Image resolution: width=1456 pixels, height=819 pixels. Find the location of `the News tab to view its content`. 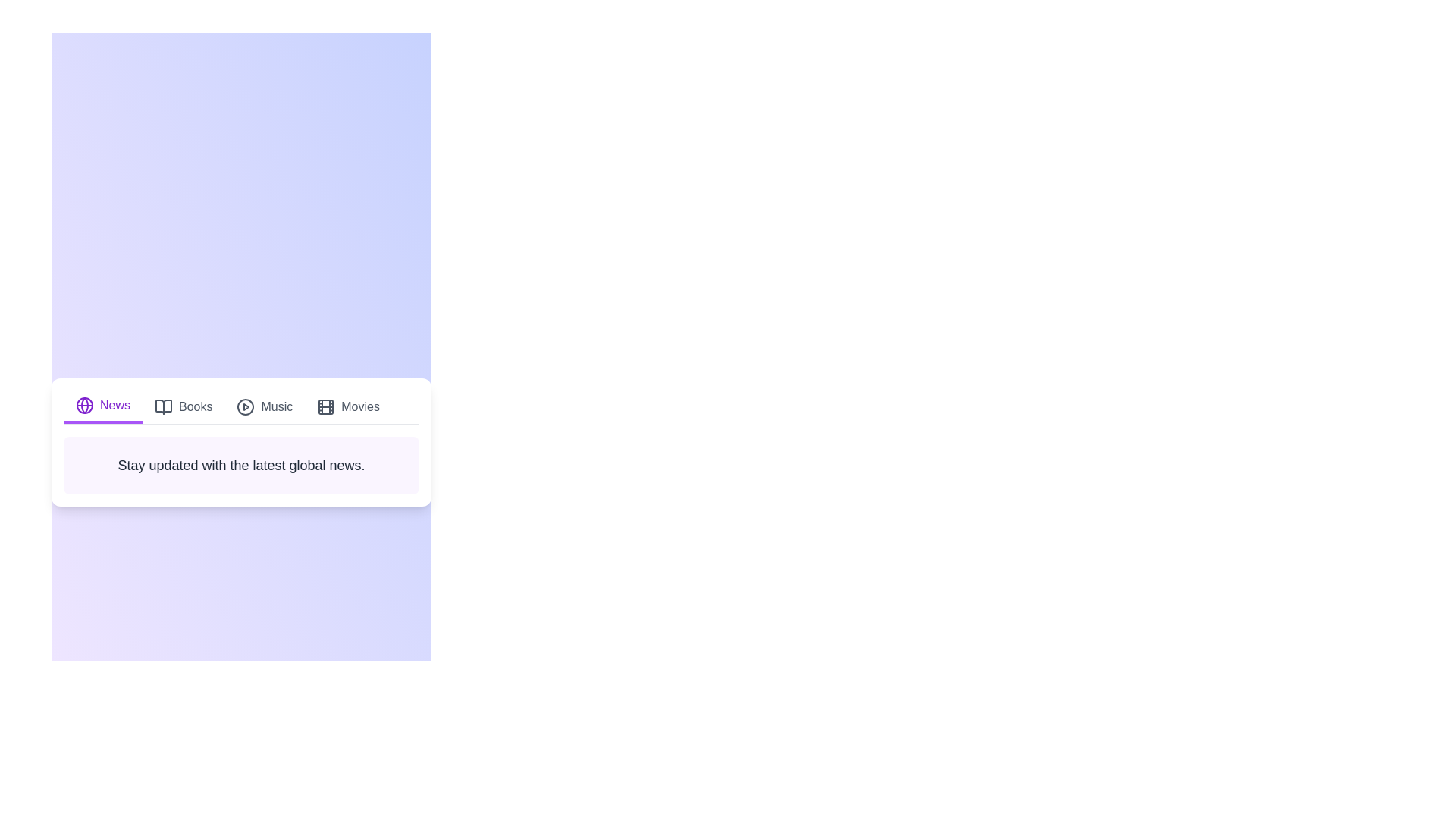

the News tab to view its content is located at coordinates (102, 406).